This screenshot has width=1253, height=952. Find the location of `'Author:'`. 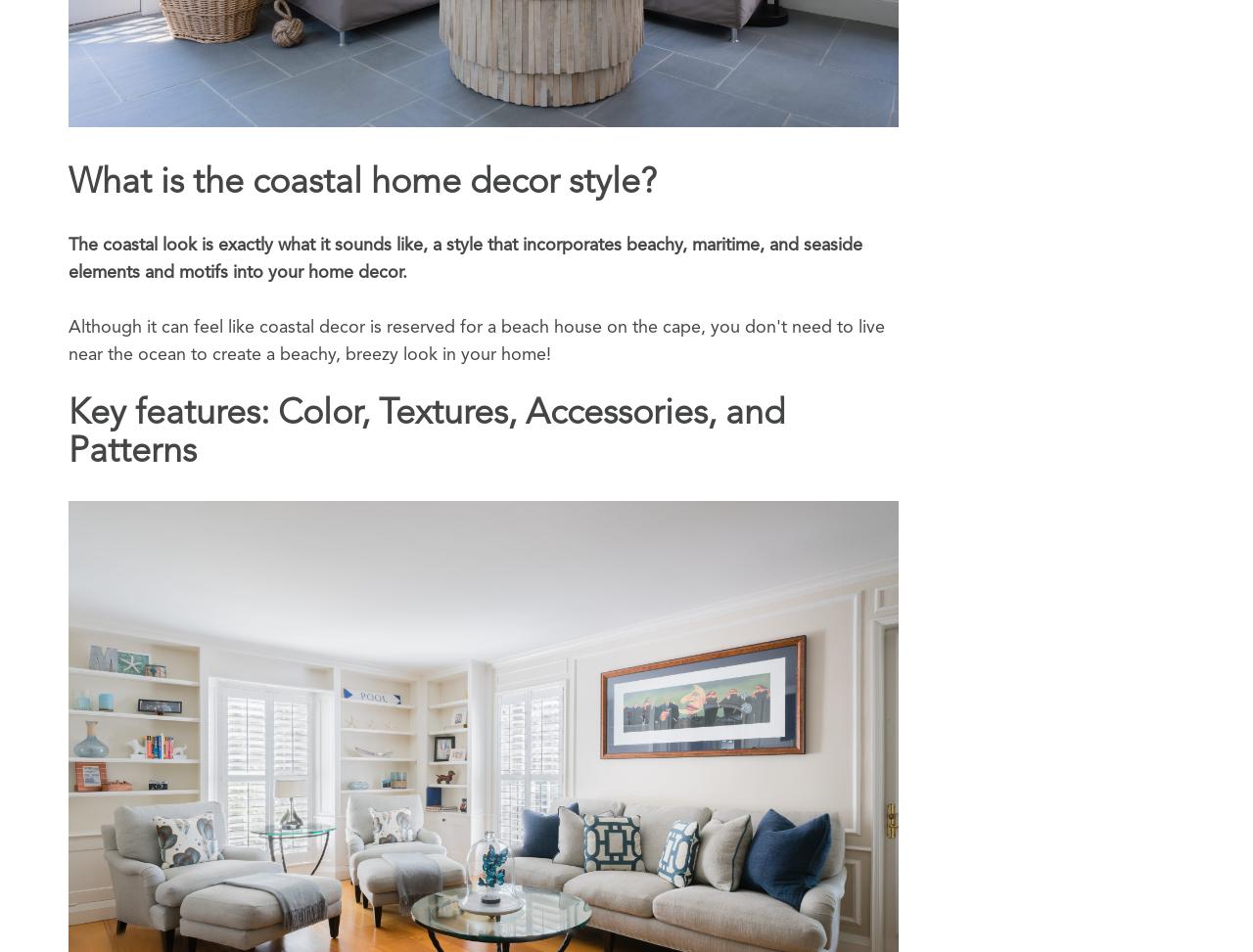

'Author:' is located at coordinates (69, 661).